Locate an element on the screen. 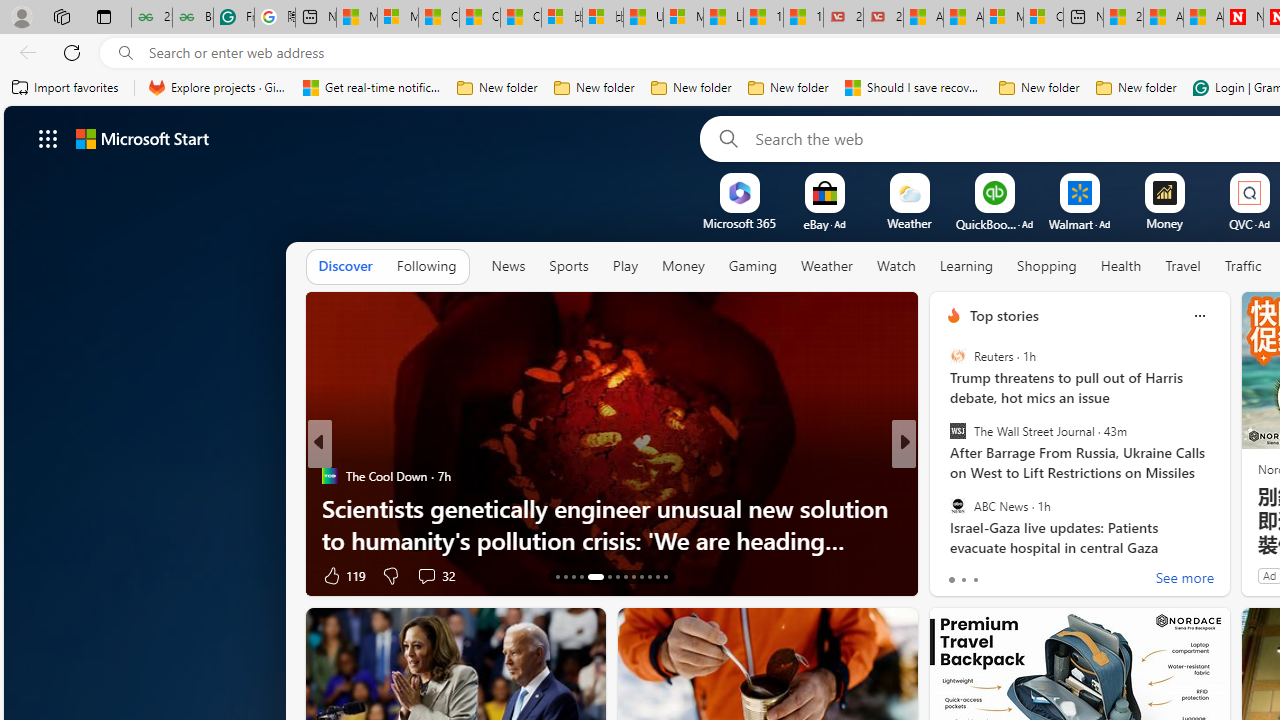 The height and width of the screenshot is (720, 1280). 'Import favorites' is located at coordinates (65, 87).